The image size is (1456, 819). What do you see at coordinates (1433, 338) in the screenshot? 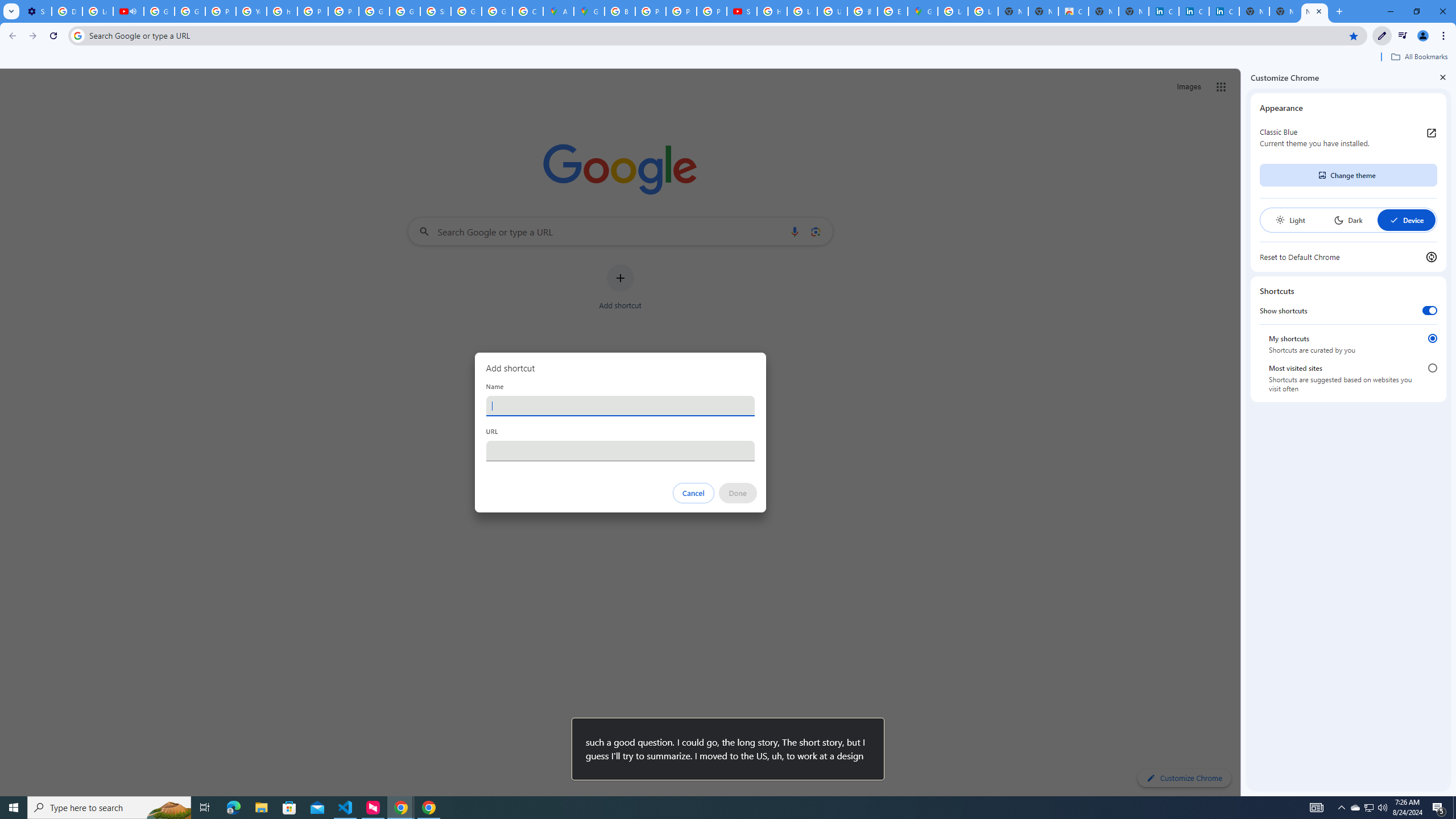
I see `'My shortcuts'` at bounding box center [1433, 338].